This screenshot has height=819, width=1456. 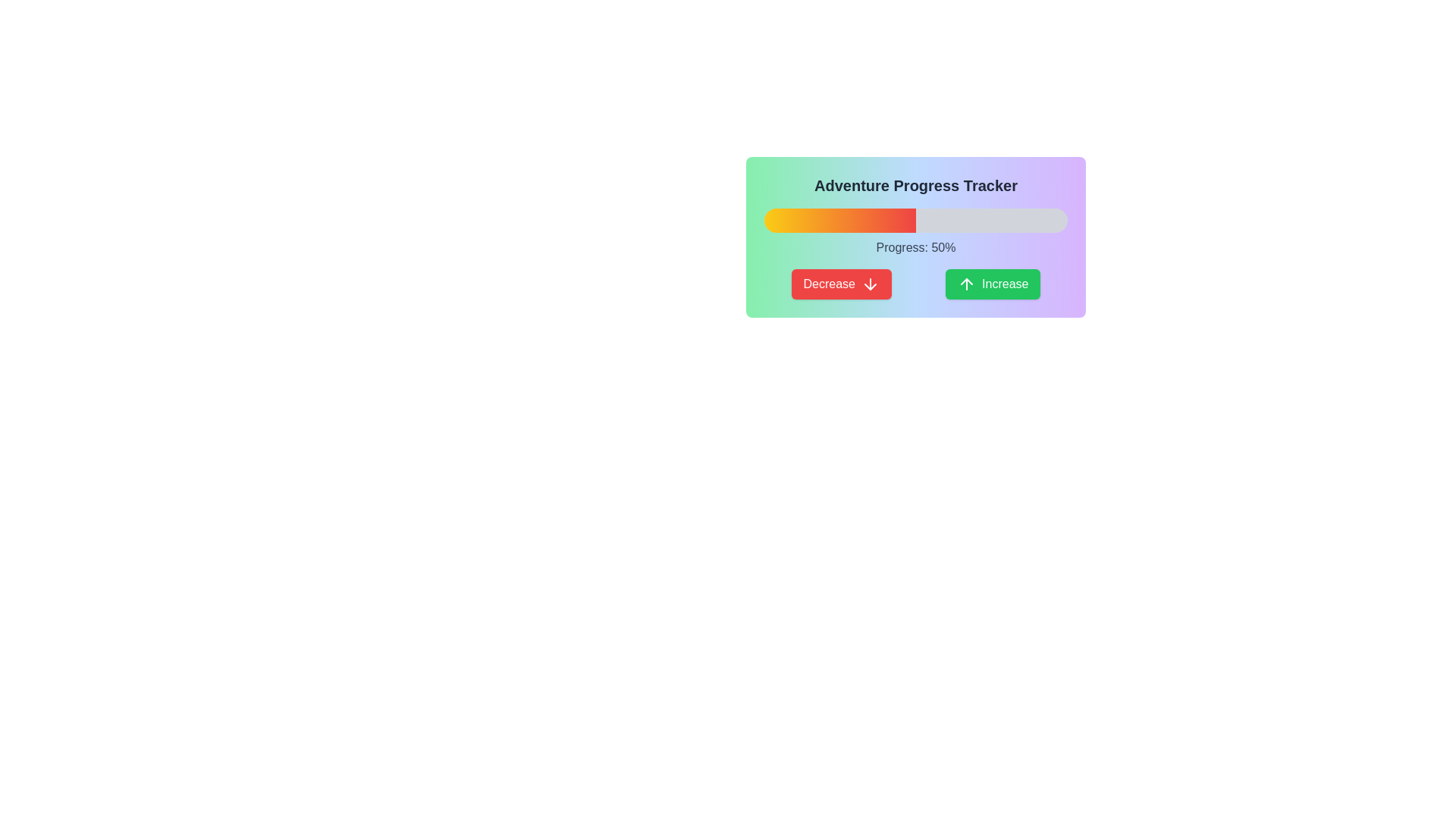 What do you see at coordinates (870, 284) in the screenshot?
I see `the downward arrow icon adjacent to the 'Decrease' button in the 'Adventure Progress Tracker' interface` at bounding box center [870, 284].